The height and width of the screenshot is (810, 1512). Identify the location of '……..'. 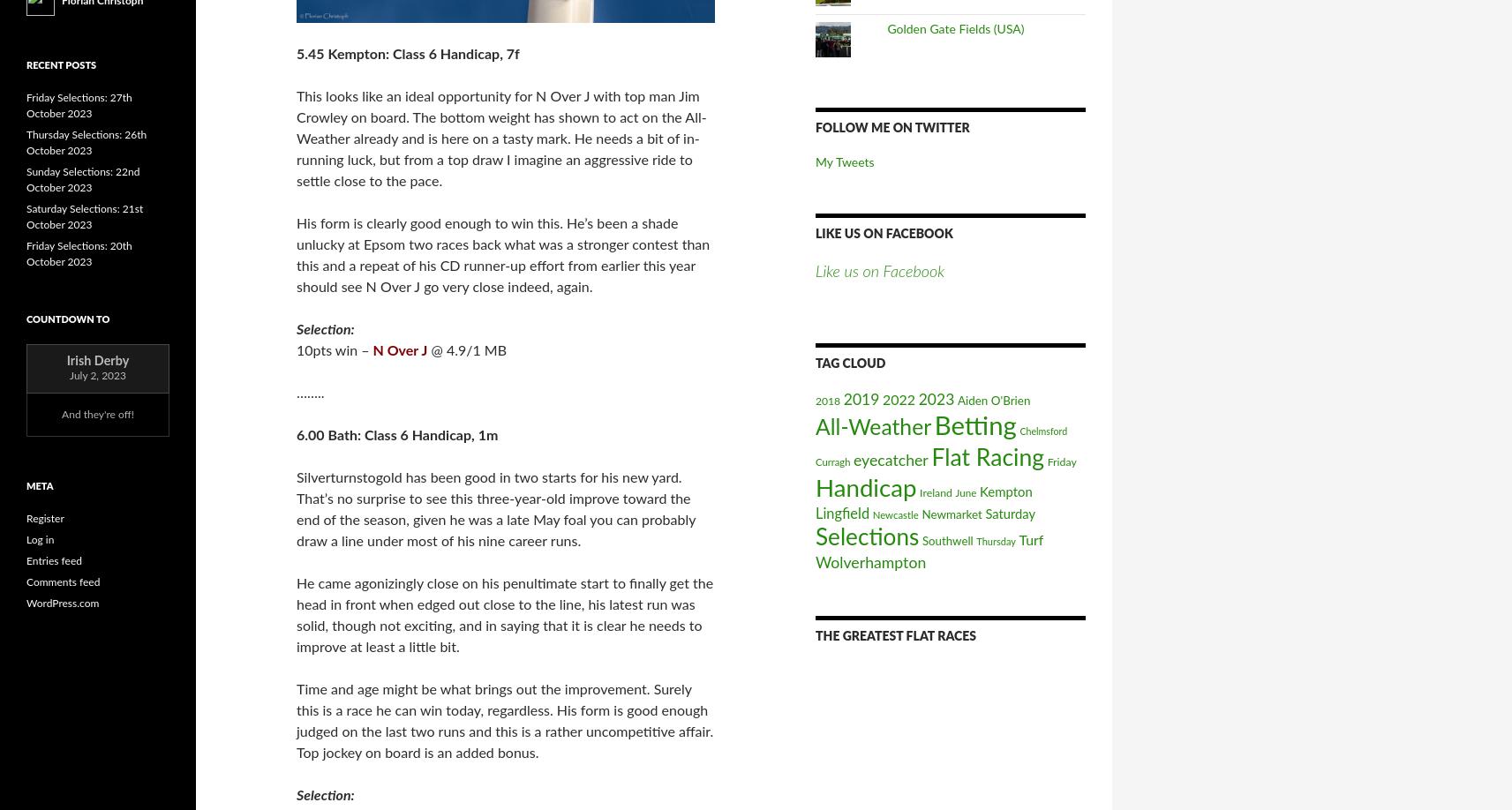
(296, 392).